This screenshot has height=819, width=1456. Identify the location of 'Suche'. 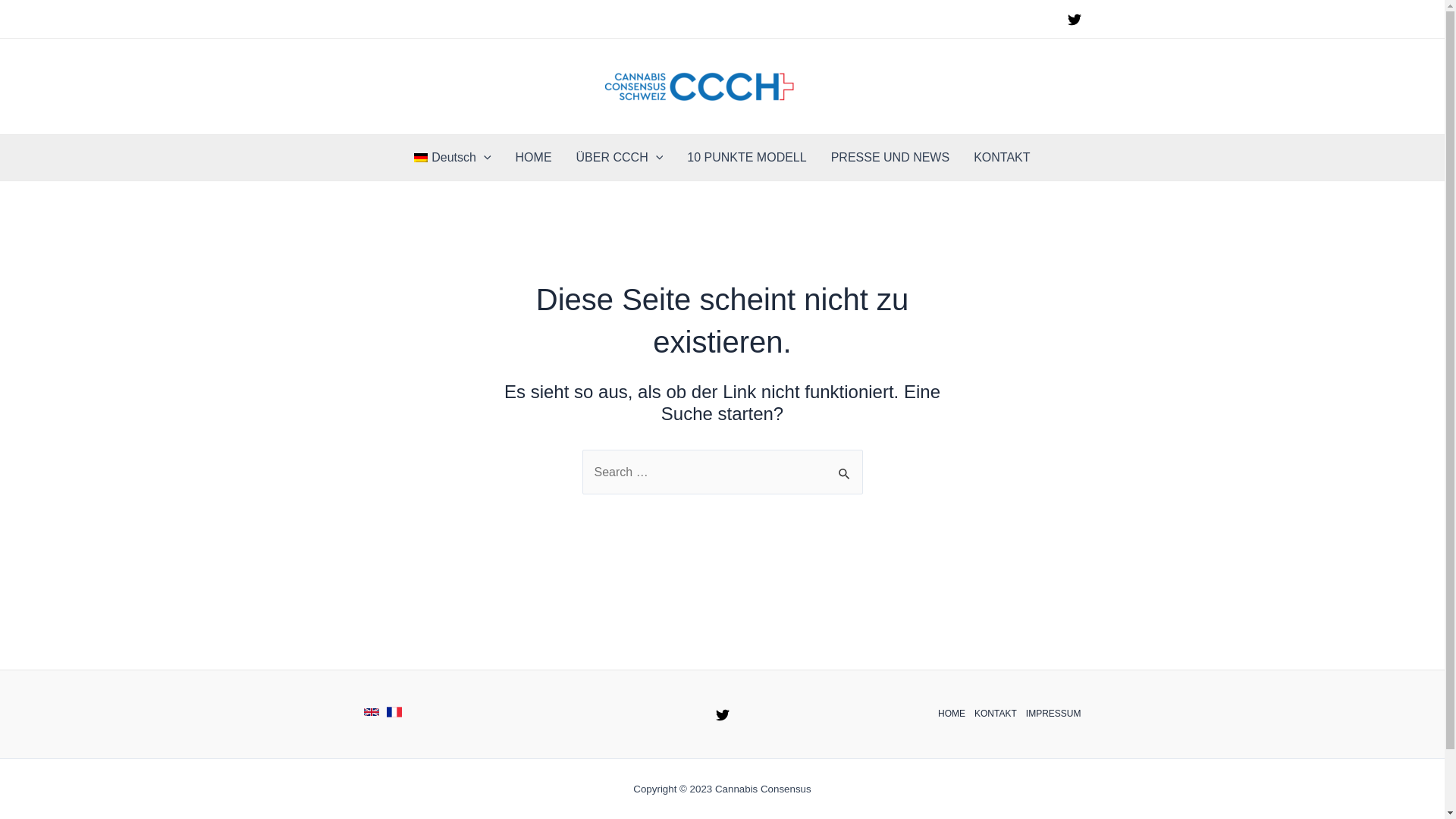
(827, 464).